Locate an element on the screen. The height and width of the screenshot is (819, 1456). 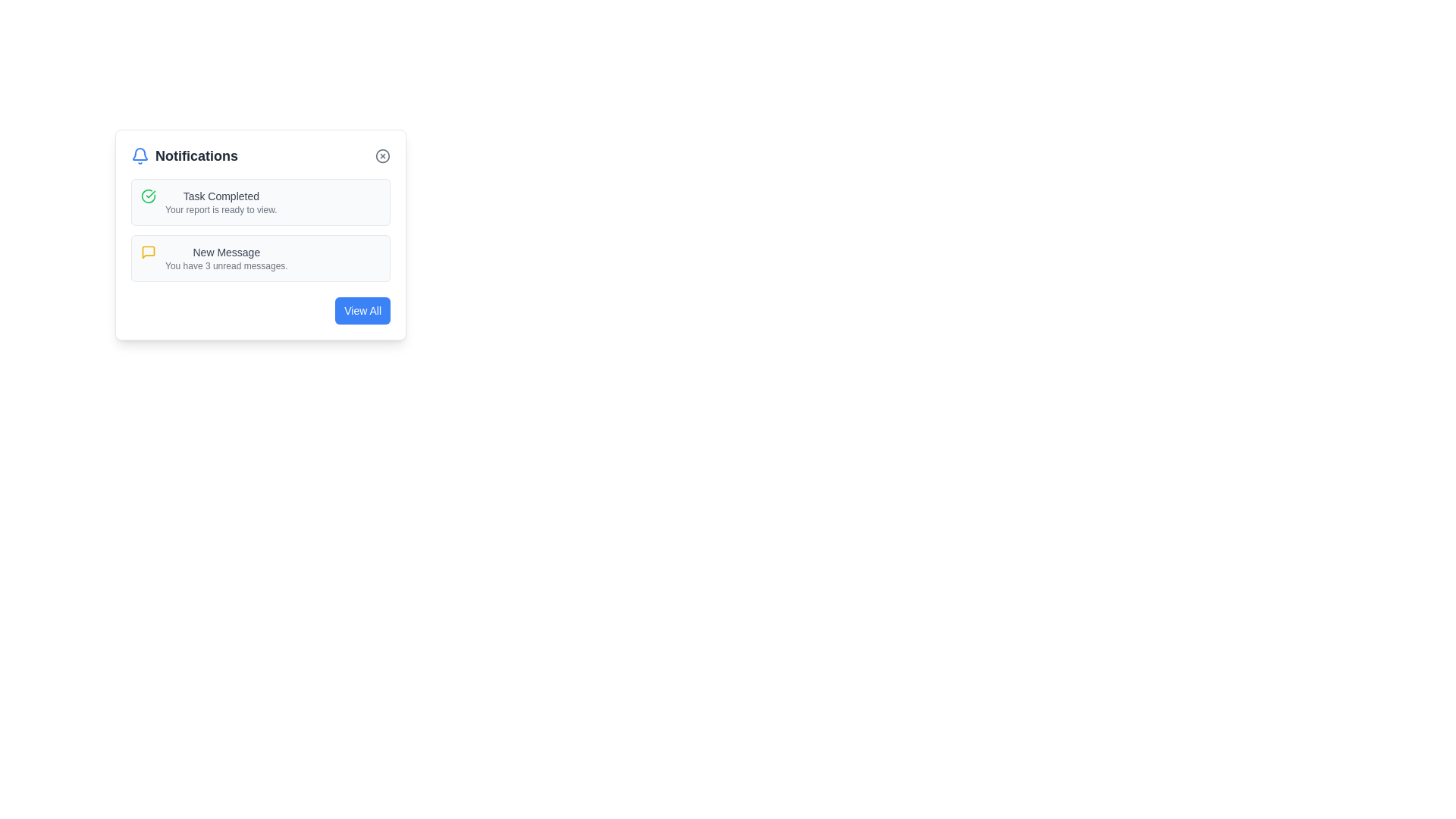
the message notification icon located to the left of the 'New Message' notification item, which is the second icon among the notification items is located at coordinates (149, 251).